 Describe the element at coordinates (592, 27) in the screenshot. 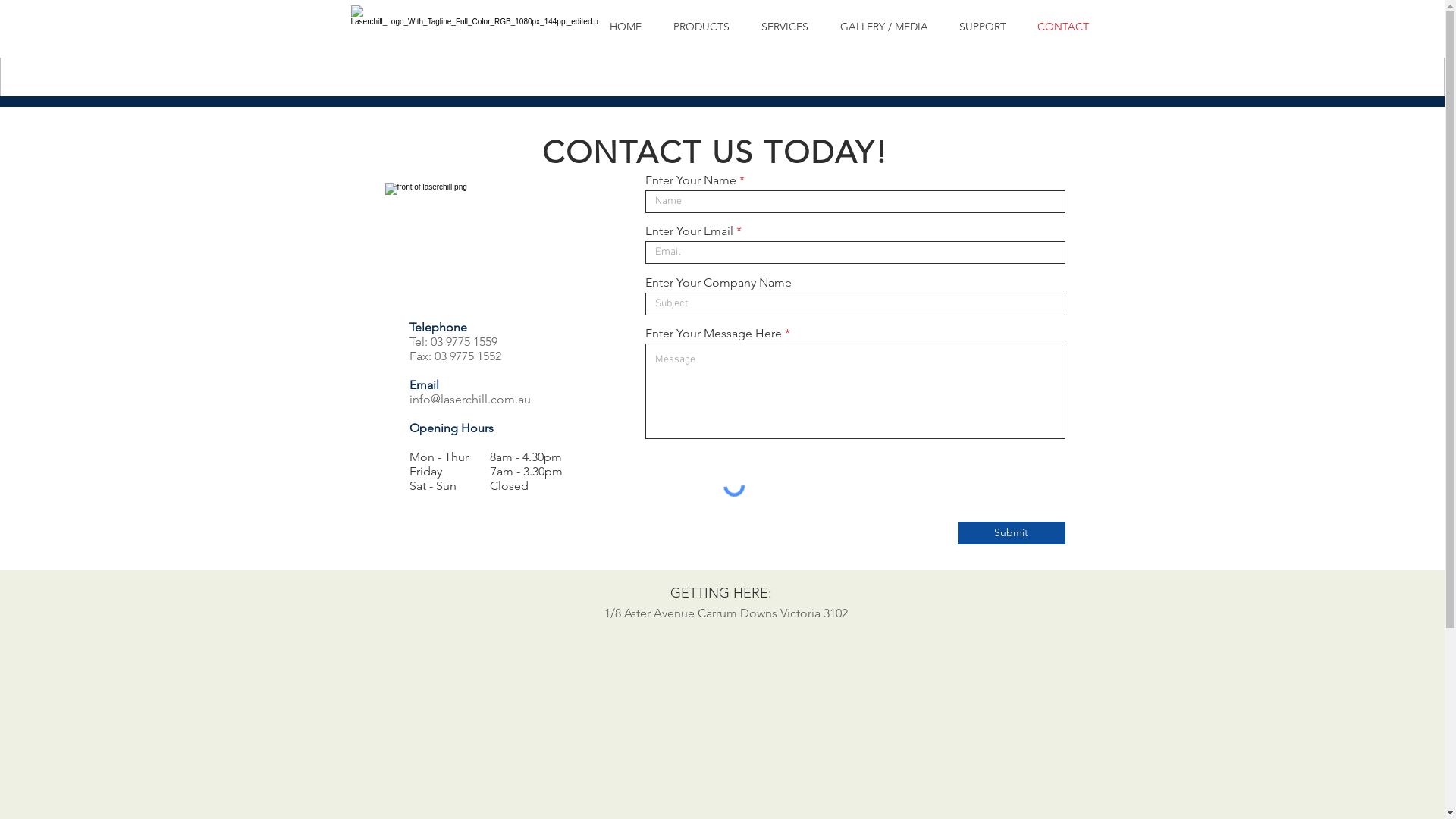

I see `'HOME'` at that location.